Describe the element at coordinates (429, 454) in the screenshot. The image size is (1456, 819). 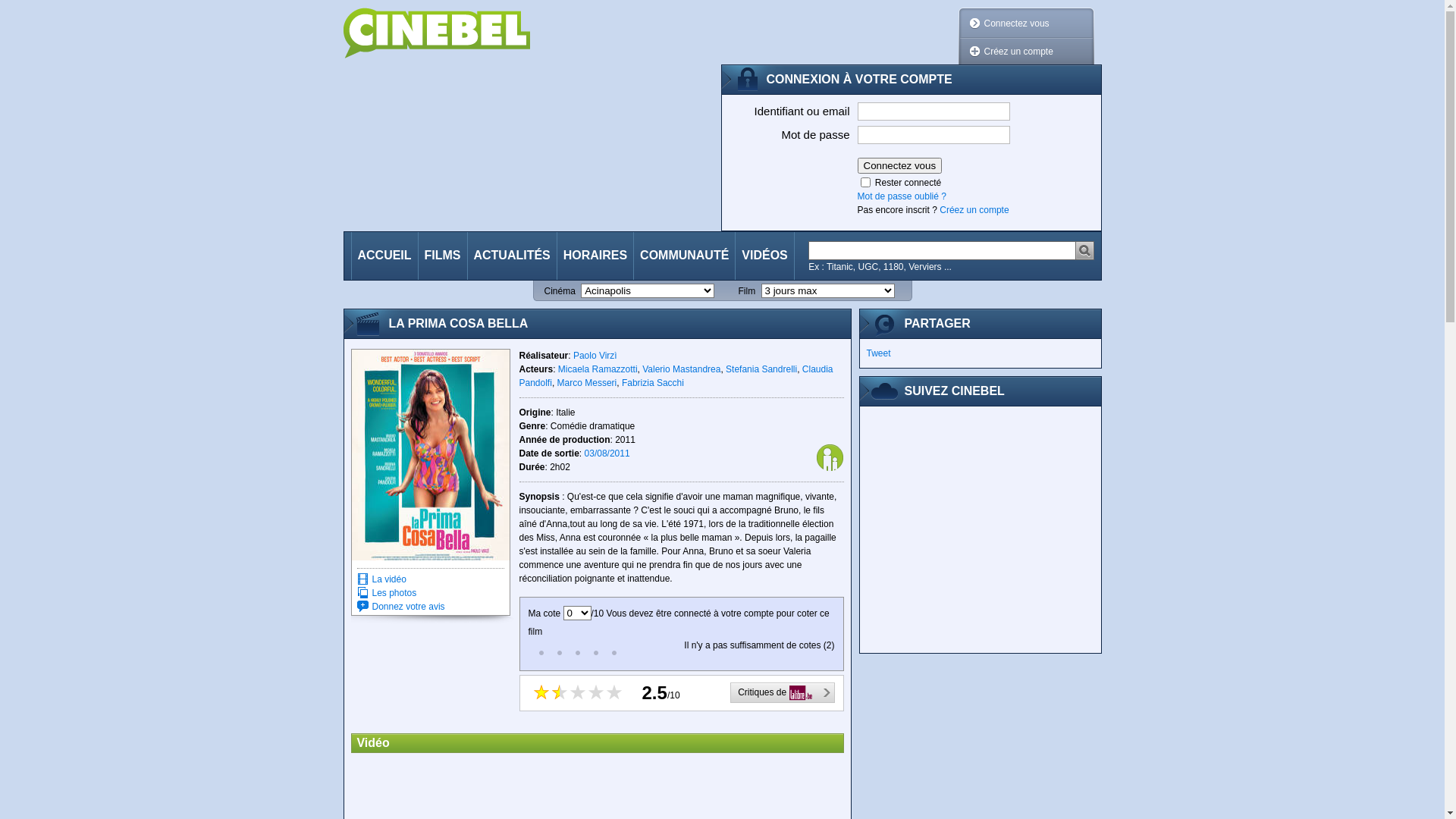
I see `'Afficher l'affiche en grand format'` at that location.